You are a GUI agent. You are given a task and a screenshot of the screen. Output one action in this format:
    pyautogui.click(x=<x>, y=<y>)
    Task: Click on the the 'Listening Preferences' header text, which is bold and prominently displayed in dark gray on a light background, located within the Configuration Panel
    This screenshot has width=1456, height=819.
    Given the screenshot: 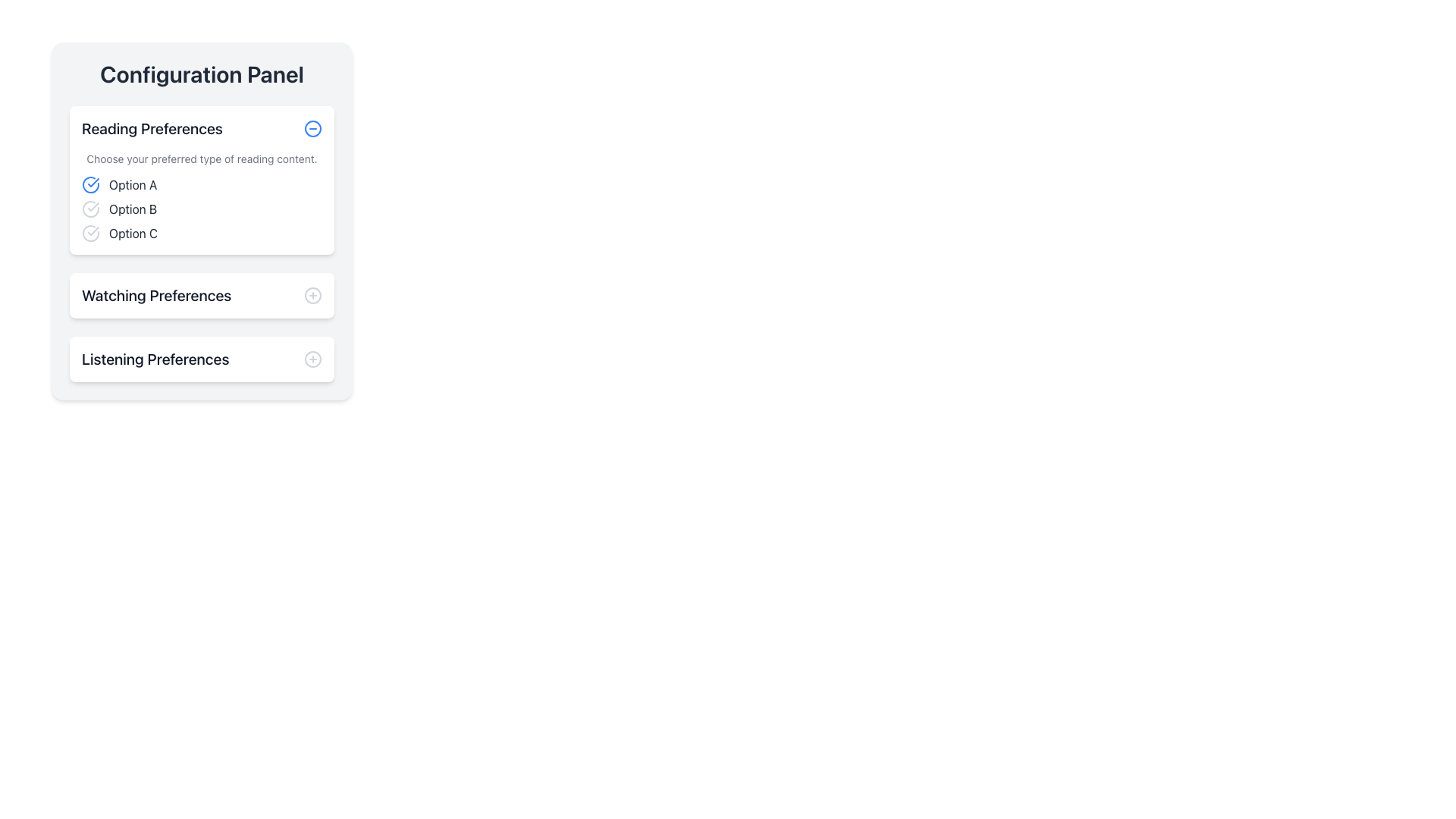 What is the action you would take?
    pyautogui.click(x=155, y=359)
    